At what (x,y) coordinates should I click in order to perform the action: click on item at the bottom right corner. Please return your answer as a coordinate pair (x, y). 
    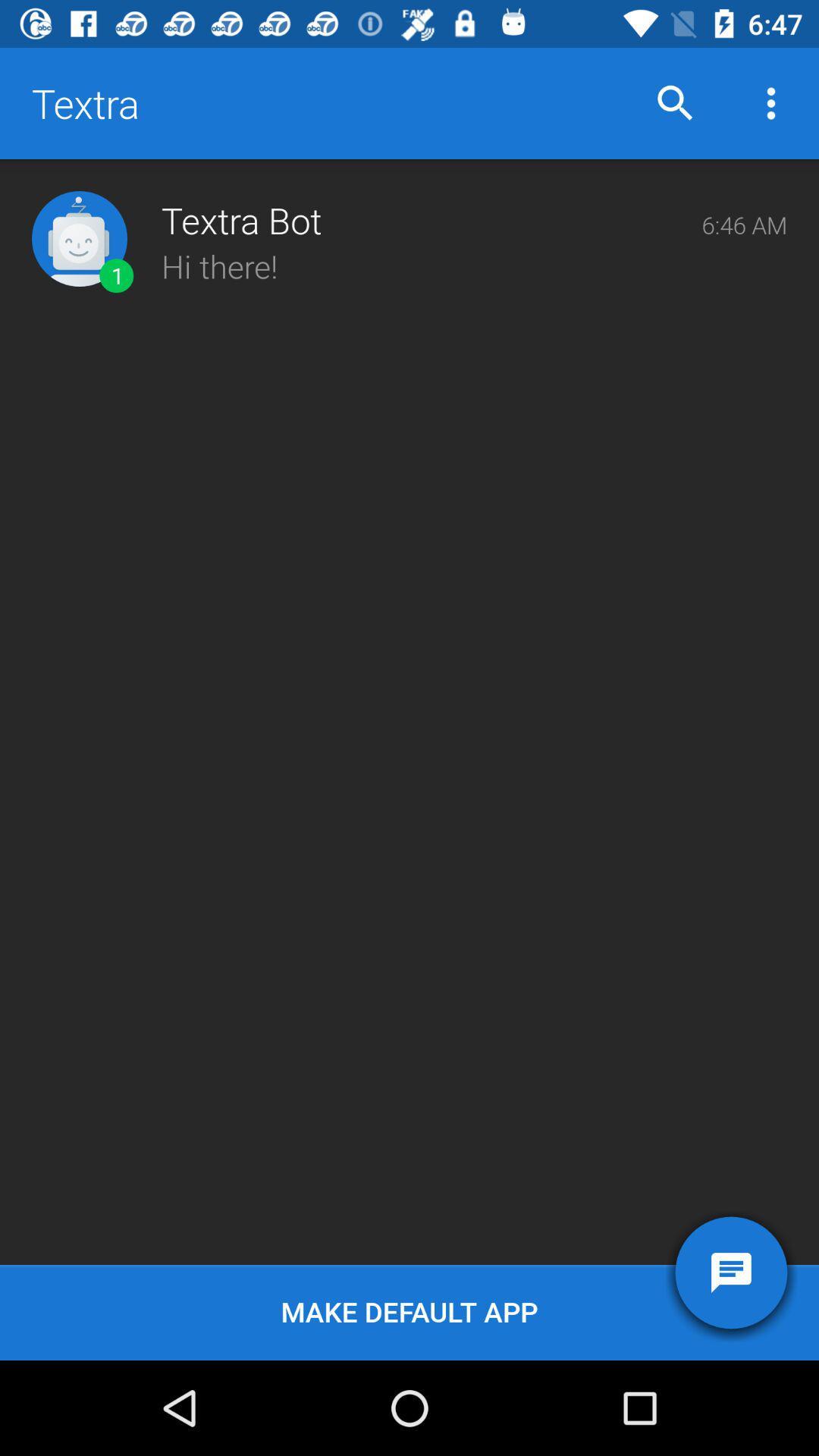
    Looking at the image, I should click on (730, 1272).